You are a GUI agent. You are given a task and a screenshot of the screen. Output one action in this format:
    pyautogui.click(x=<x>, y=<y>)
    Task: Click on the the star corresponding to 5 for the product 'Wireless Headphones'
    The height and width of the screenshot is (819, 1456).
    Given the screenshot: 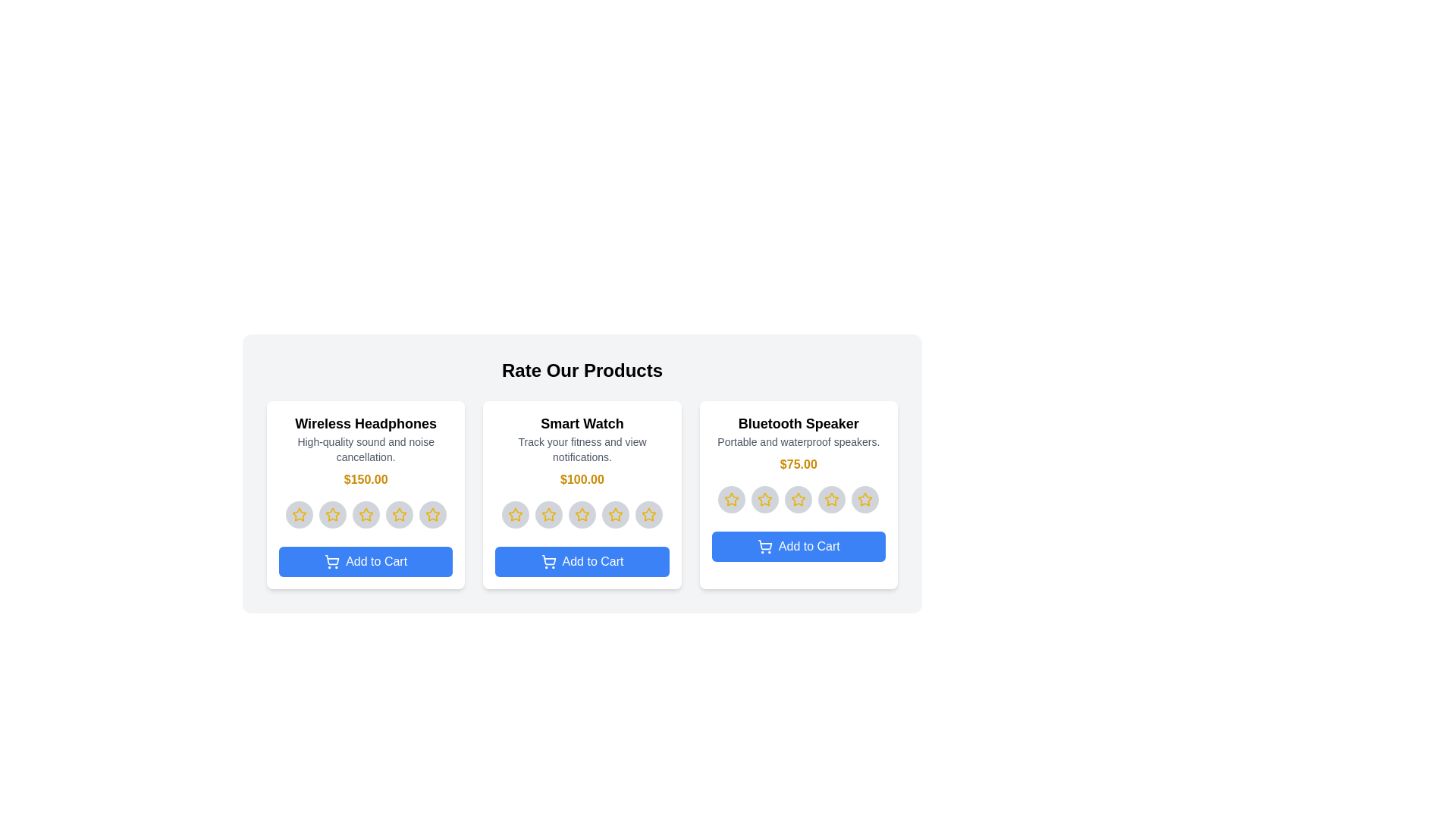 What is the action you would take?
    pyautogui.click(x=431, y=513)
    